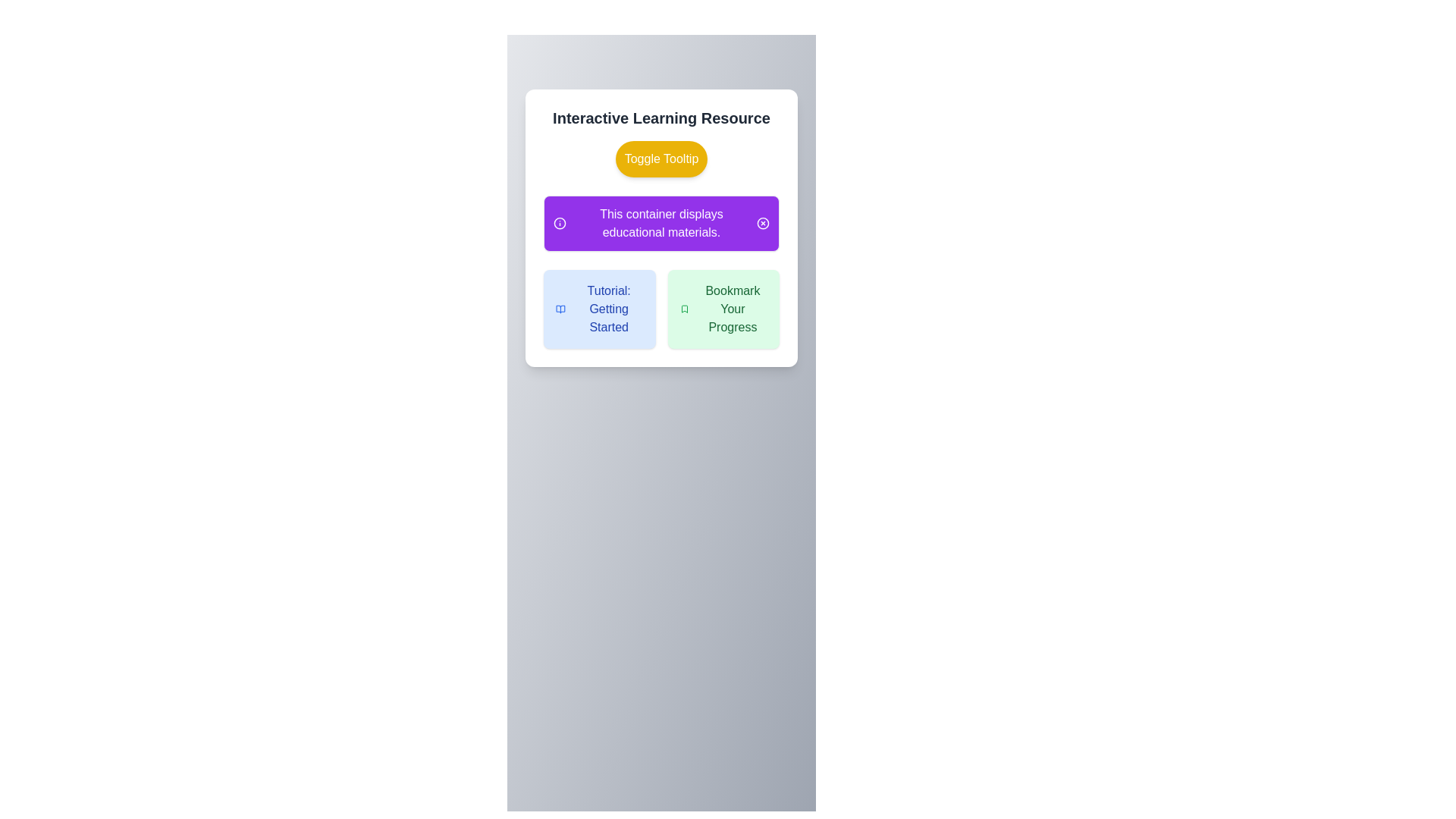  What do you see at coordinates (661, 158) in the screenshot?
I see `the yellow rounded button labeled 'Toggle Tooltip'` at bounding box center [661, 158].